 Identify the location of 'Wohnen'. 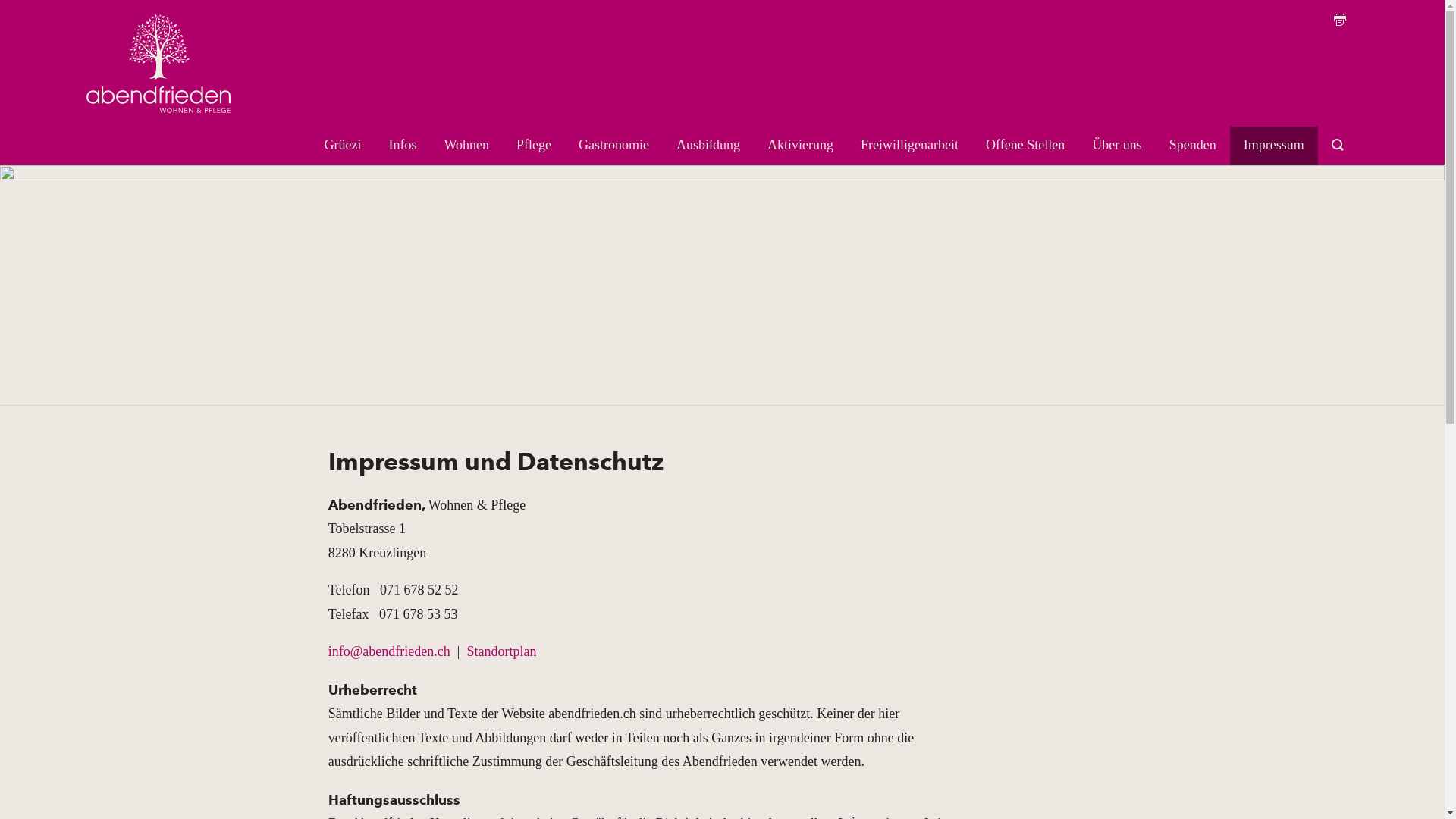
(466, 146).